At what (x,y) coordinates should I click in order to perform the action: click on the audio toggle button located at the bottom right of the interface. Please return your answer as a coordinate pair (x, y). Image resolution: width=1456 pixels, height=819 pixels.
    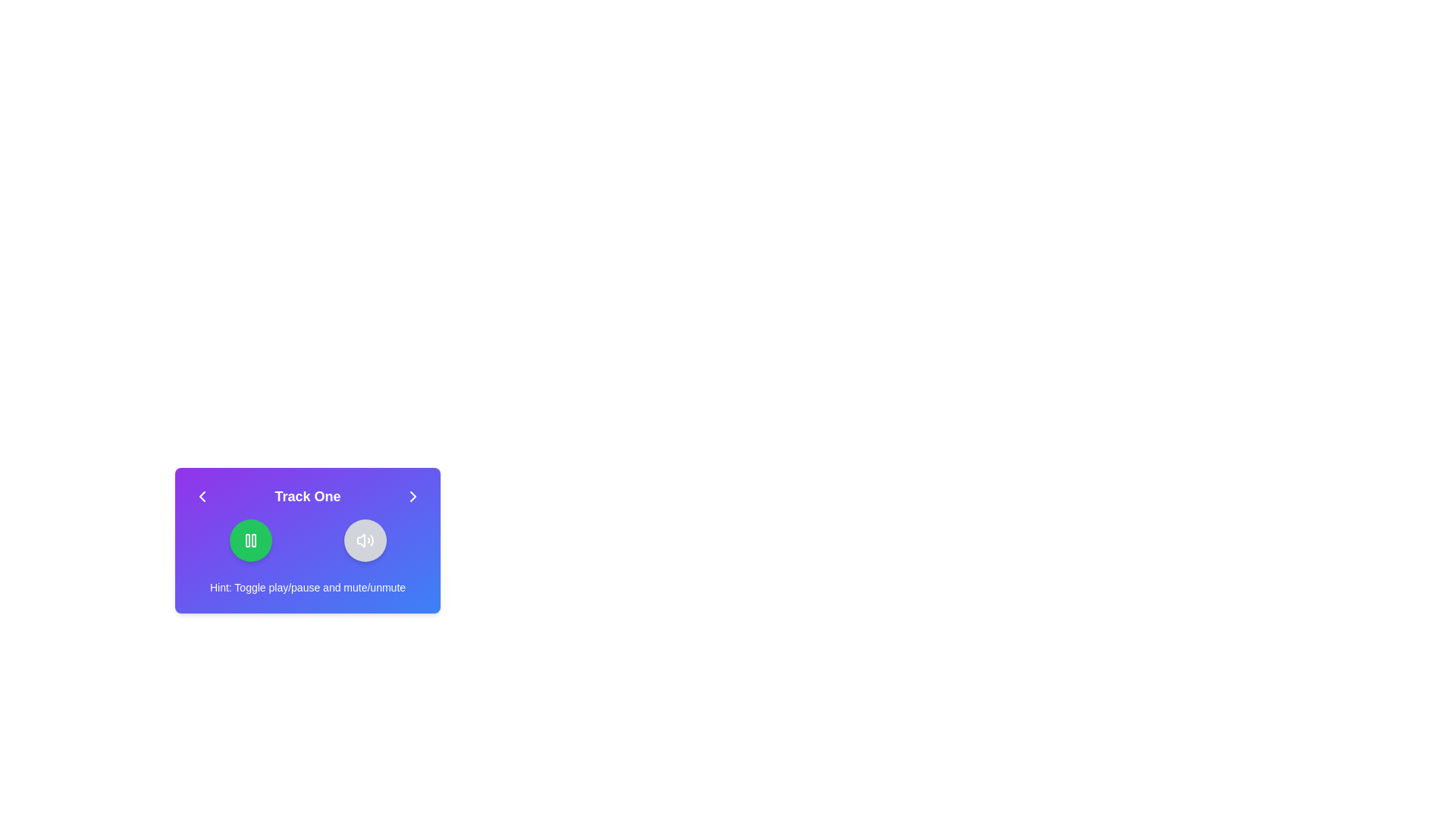
    Looking at the image, I should click on (365, 540).